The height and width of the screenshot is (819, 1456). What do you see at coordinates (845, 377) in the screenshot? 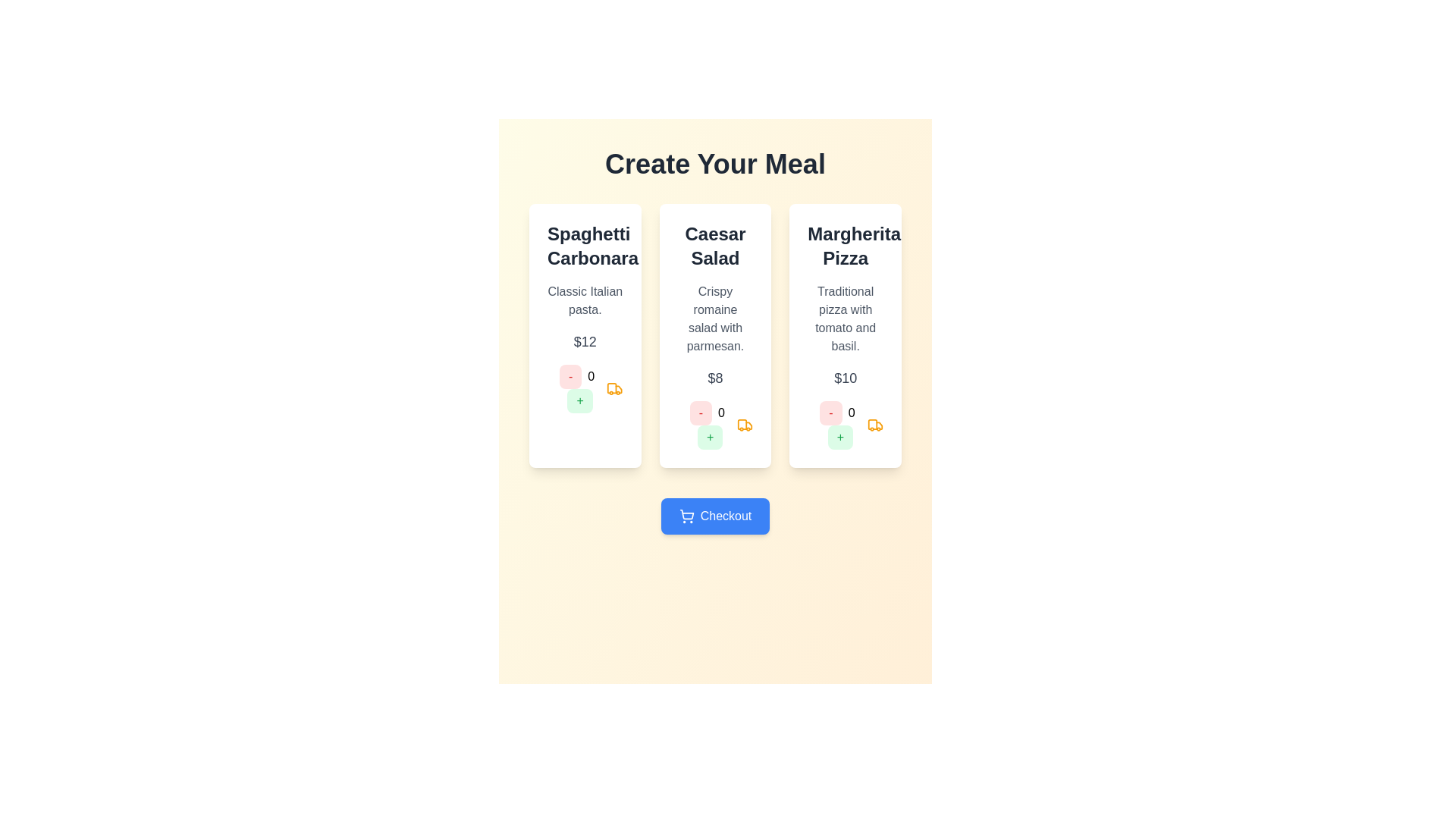
I see `the text label displaying the price '$10' in a medium-sized, gray font, located in the rightmost card of the three-item grid layout, below the description 'Traditional pizza with tomato and basil.'` at bounding box center [845, 377].